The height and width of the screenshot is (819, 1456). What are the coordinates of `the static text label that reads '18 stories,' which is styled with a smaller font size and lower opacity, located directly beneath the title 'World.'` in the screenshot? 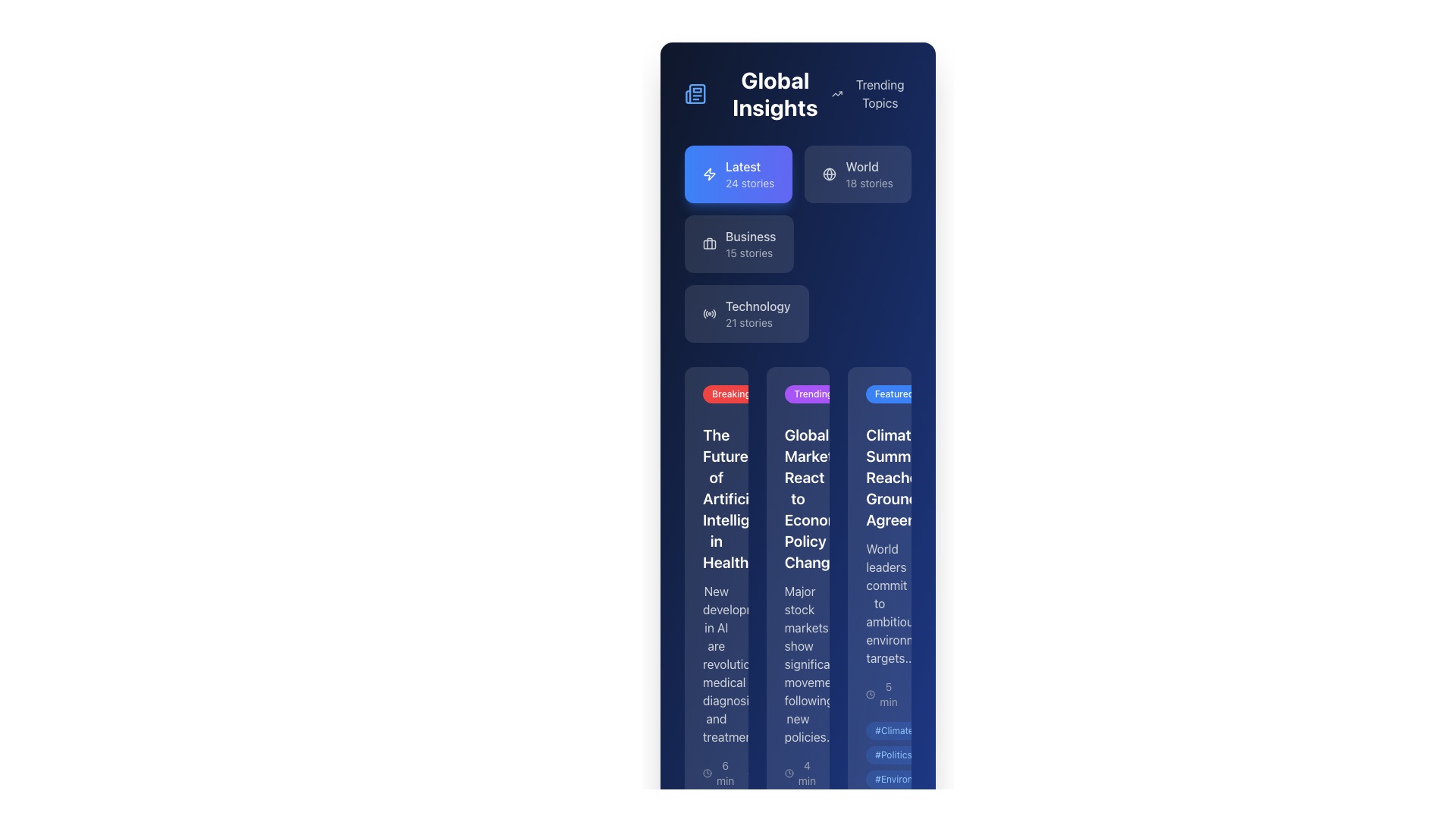 It's located at (869, 183).